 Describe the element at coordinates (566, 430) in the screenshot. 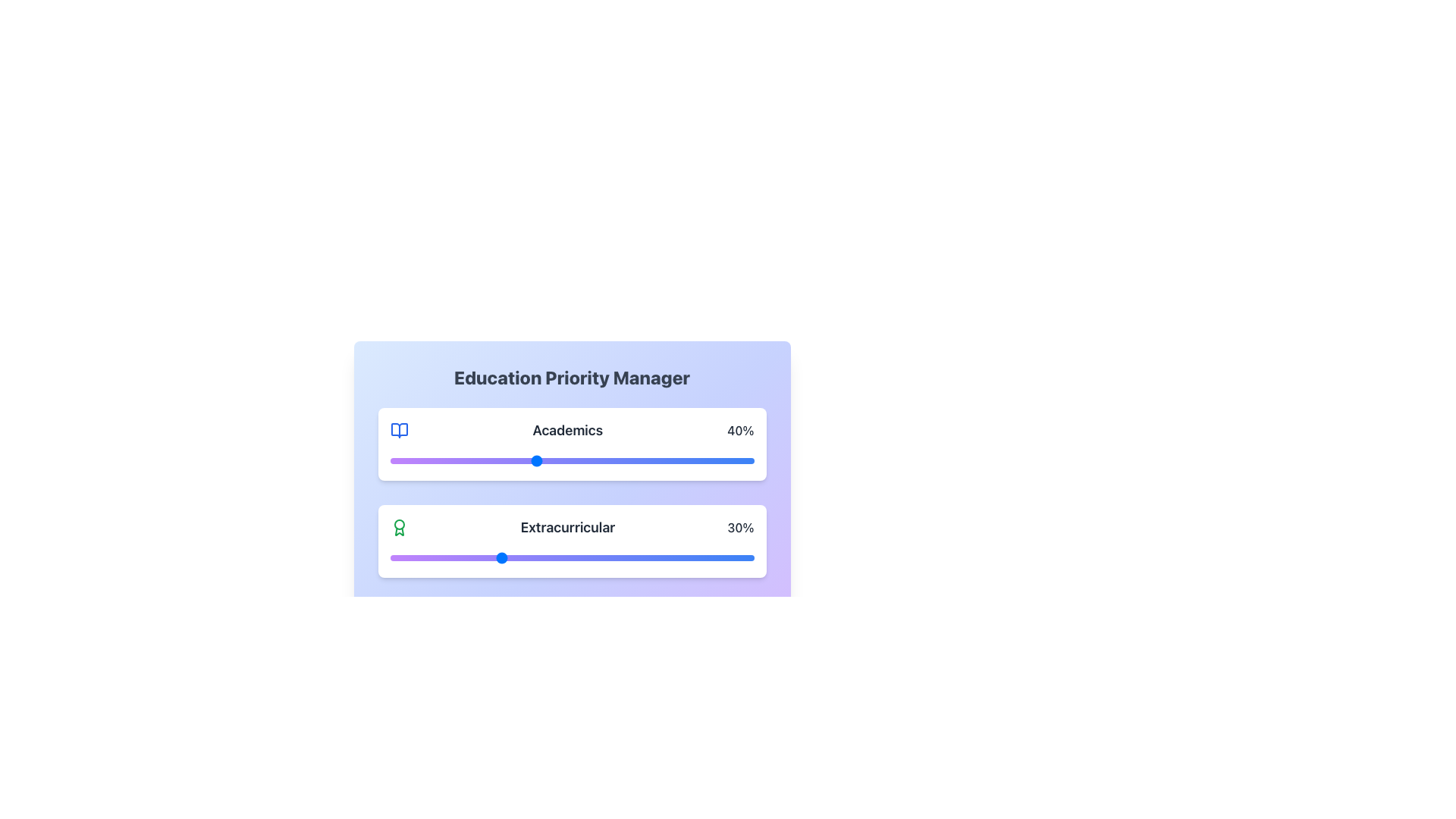

I see `the 'Academics' label for the slider component, which is styled with bold text and located between an open book icon and the text '40%' in the Education Priority Manager interface` at that location.